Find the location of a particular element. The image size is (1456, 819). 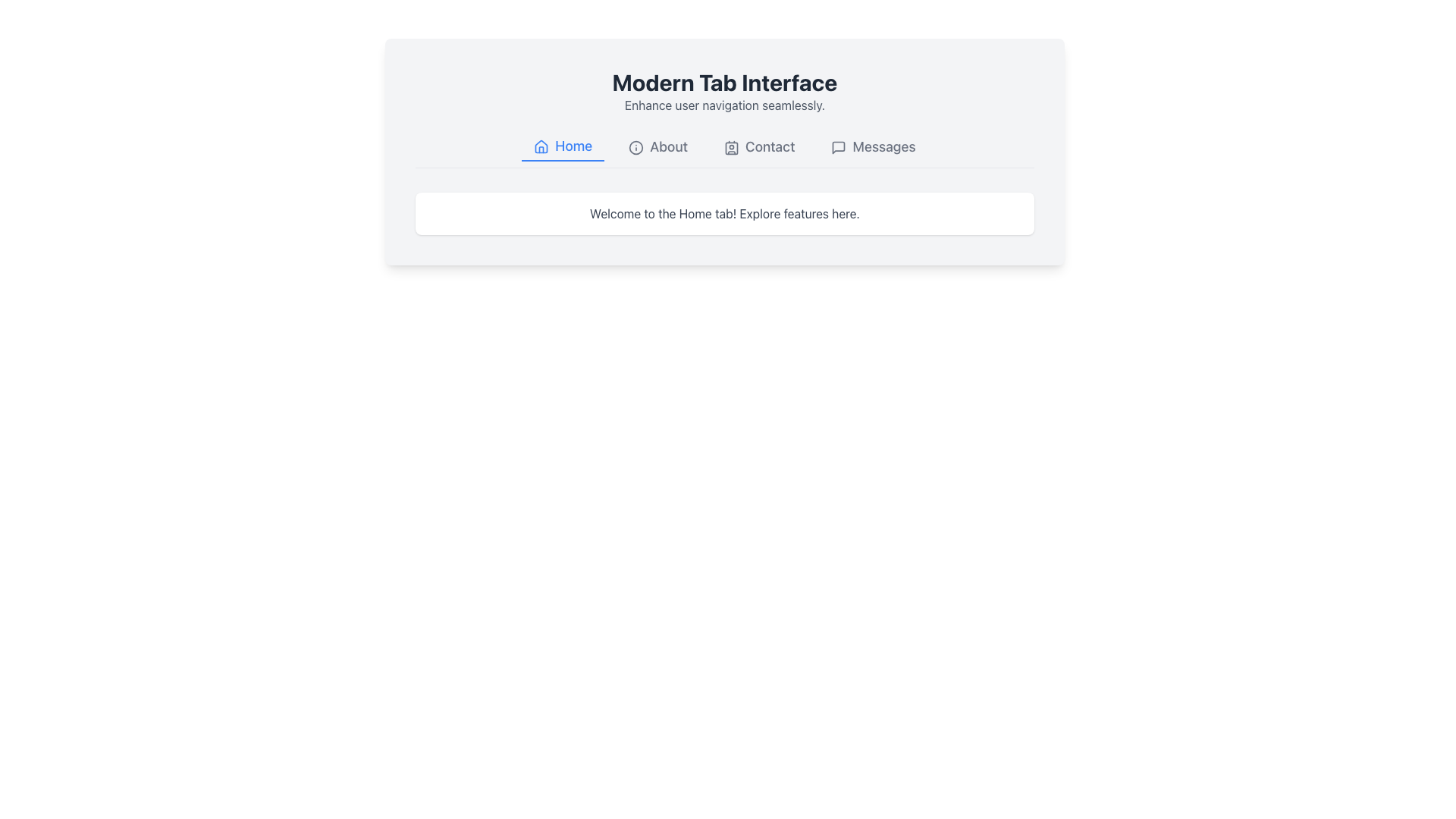

the Text Label that serves as a subtitle or descriptive text, positioned below the header 'Modern Tab Interface' is located at coordinates (723, 104).